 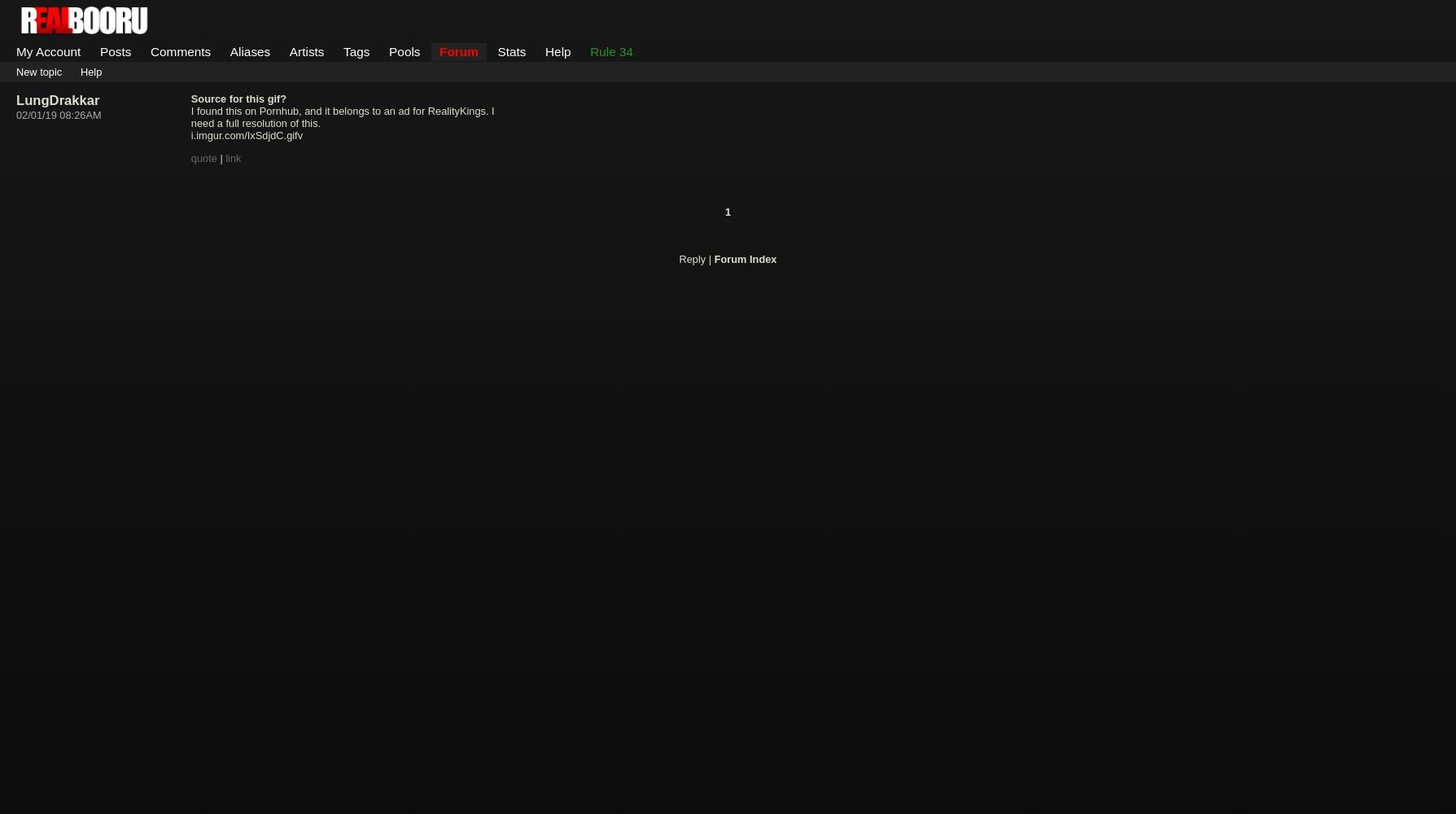 I want to click on 'Rule 34', so click(x=611, y=50).